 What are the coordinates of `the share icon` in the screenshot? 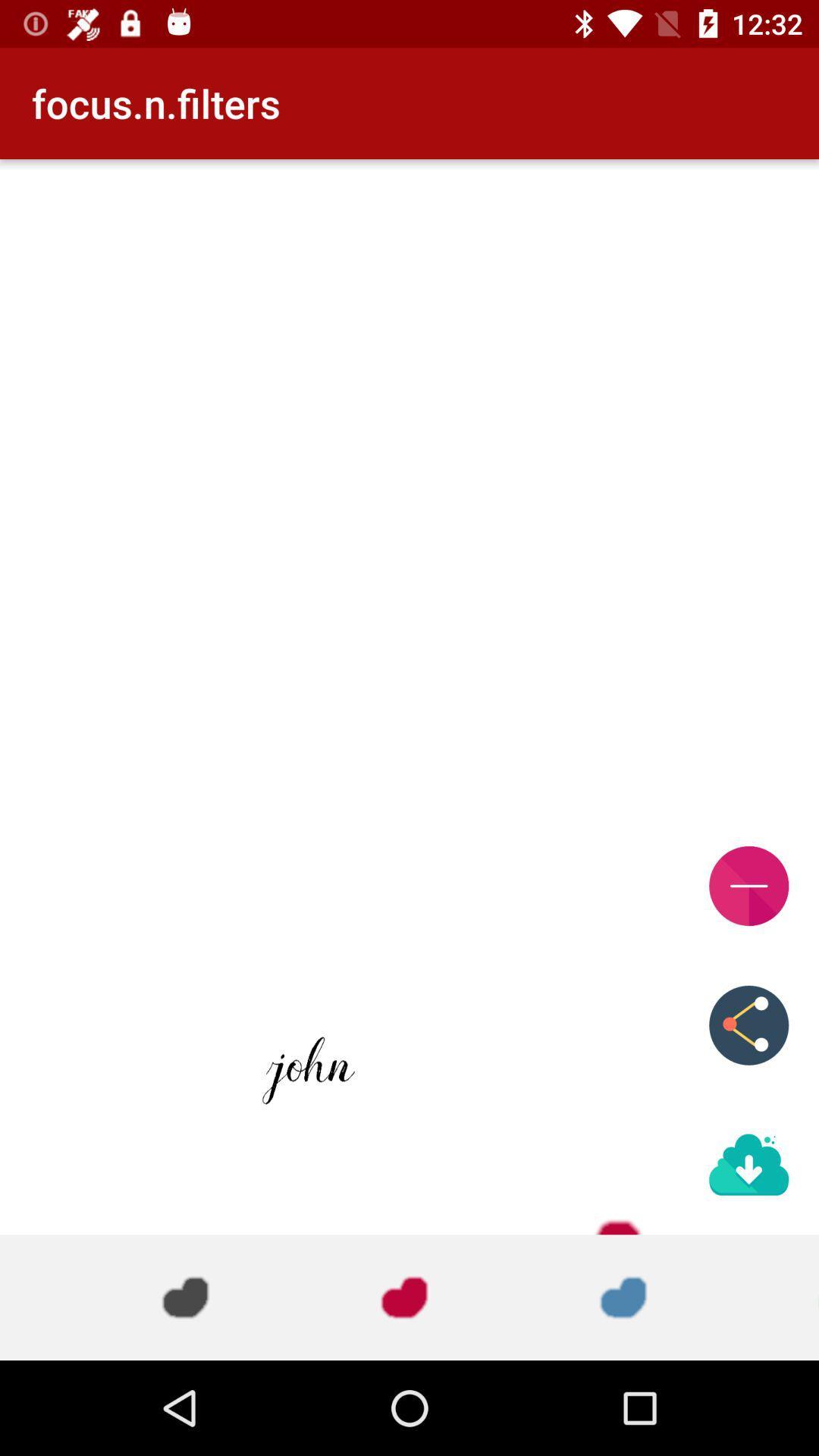 It's located at (748, 1025).